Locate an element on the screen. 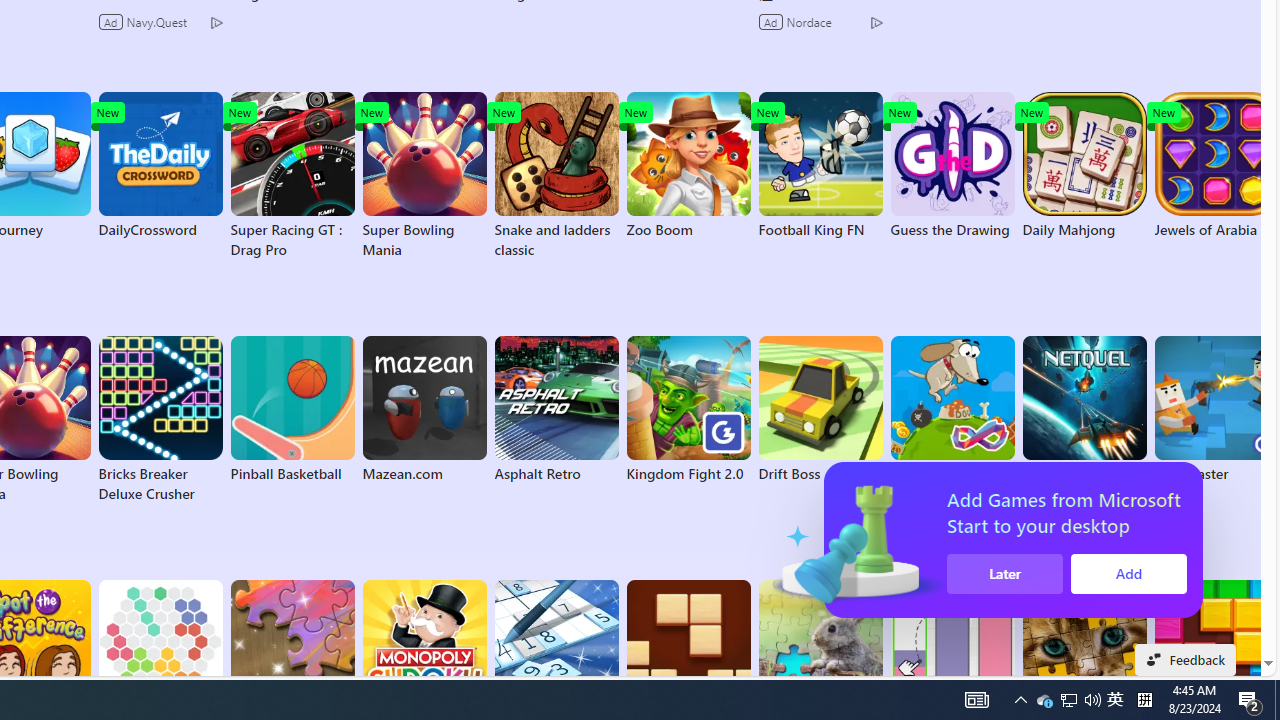 The height and width of the screenshot is (720, 1280). 'Asphalt Retro' is located at coordinates (556, 409).